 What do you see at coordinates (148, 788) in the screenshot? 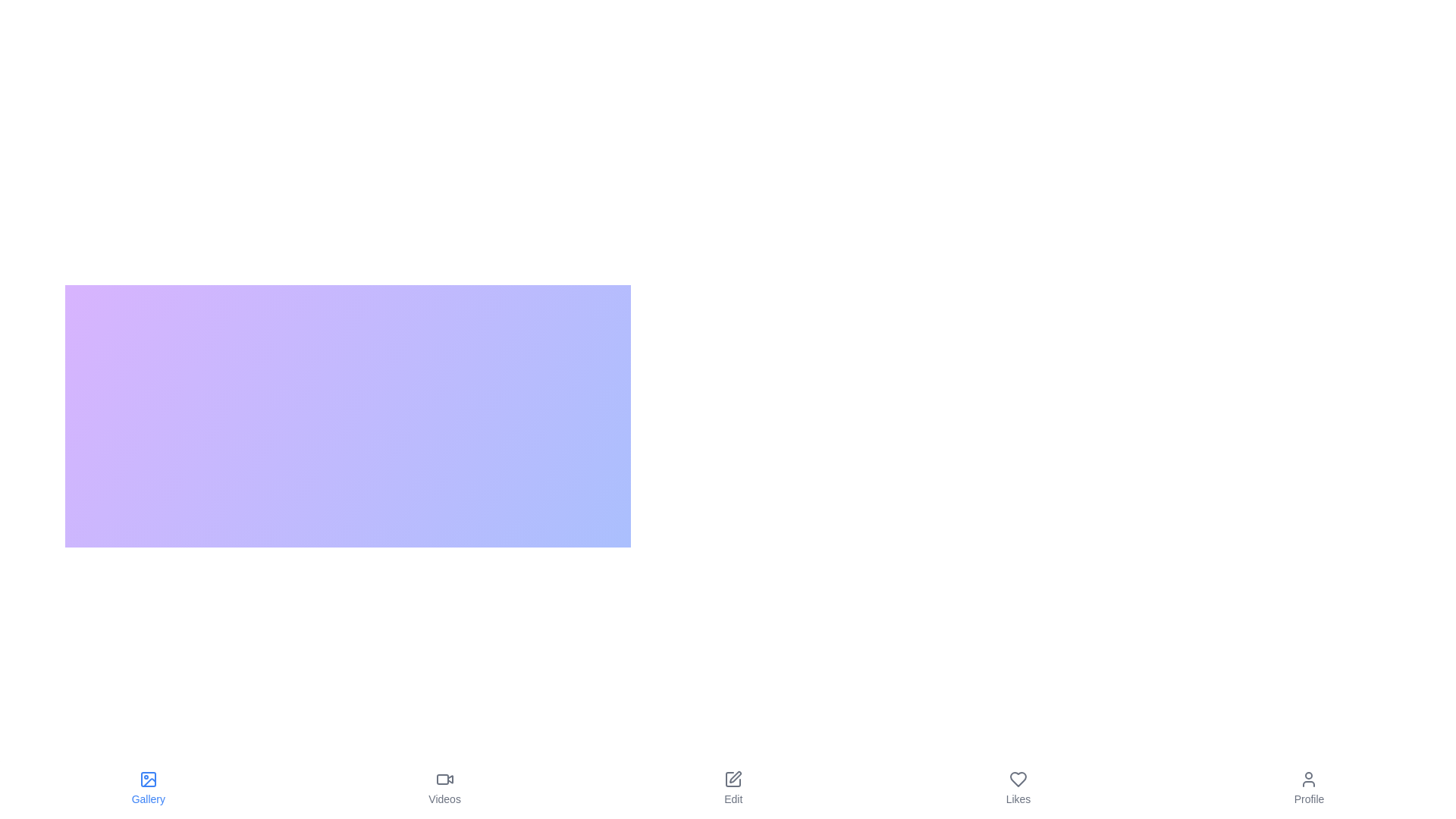
I see `the Gallery button to switch to the corresponding view` at bounding box center [148, 788].